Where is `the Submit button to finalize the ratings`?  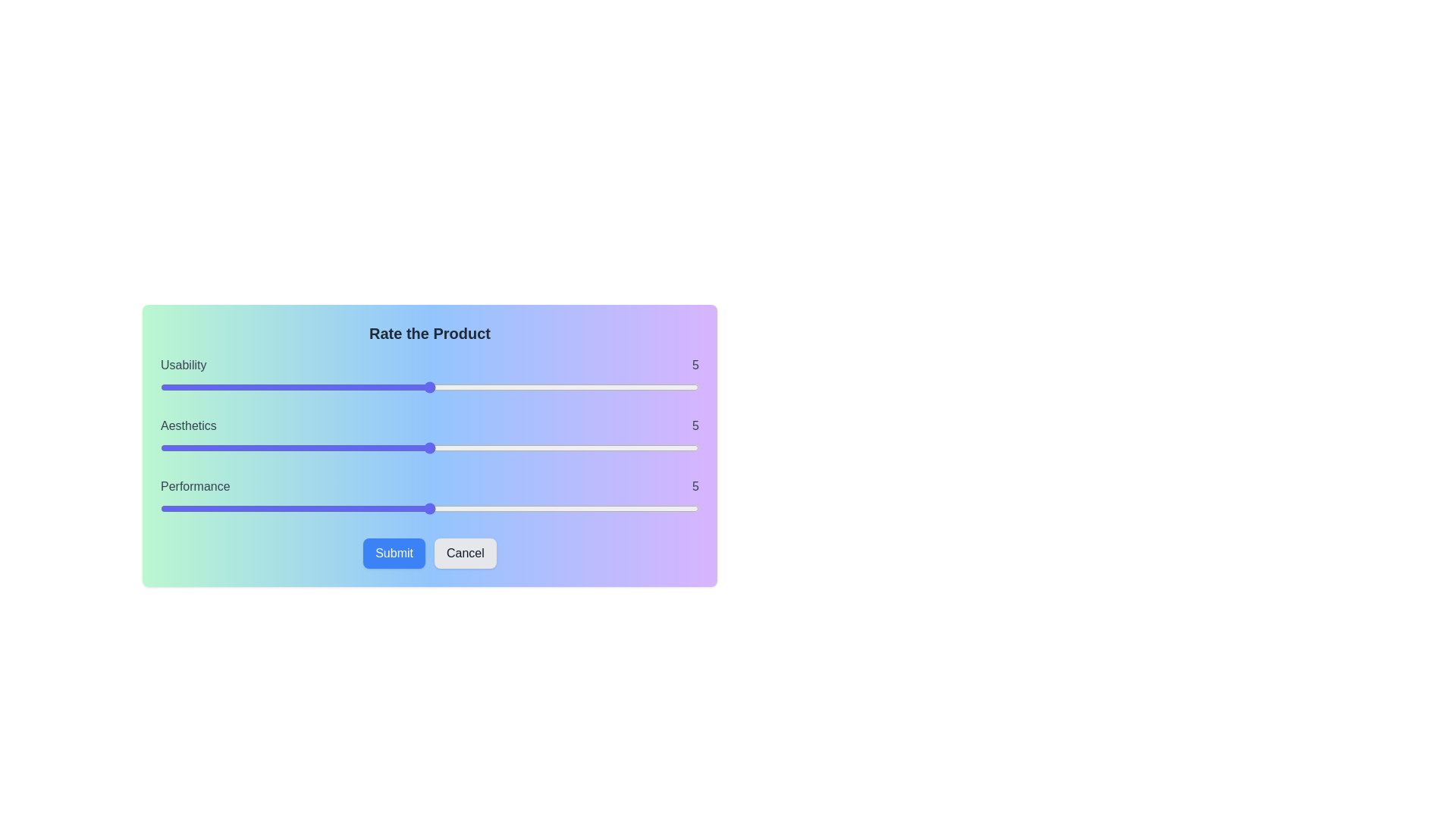 the Submit button to finalize the ratings is located at coordinates (394, 553).